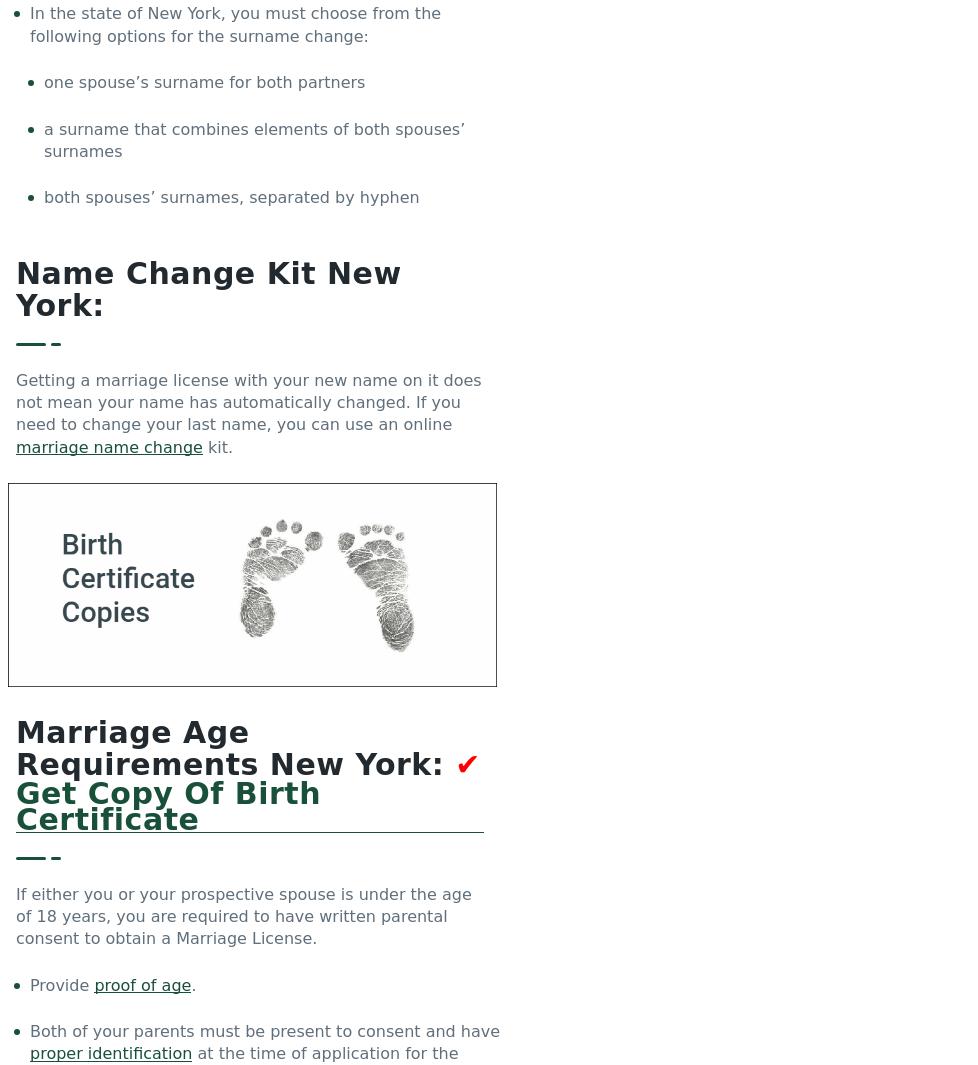 The width and height of the screenshot is (978, 1065). What do you see at coordinates (62, 984) in the screenshot?
I see `'Provide'` at bounding box center [62, 984].